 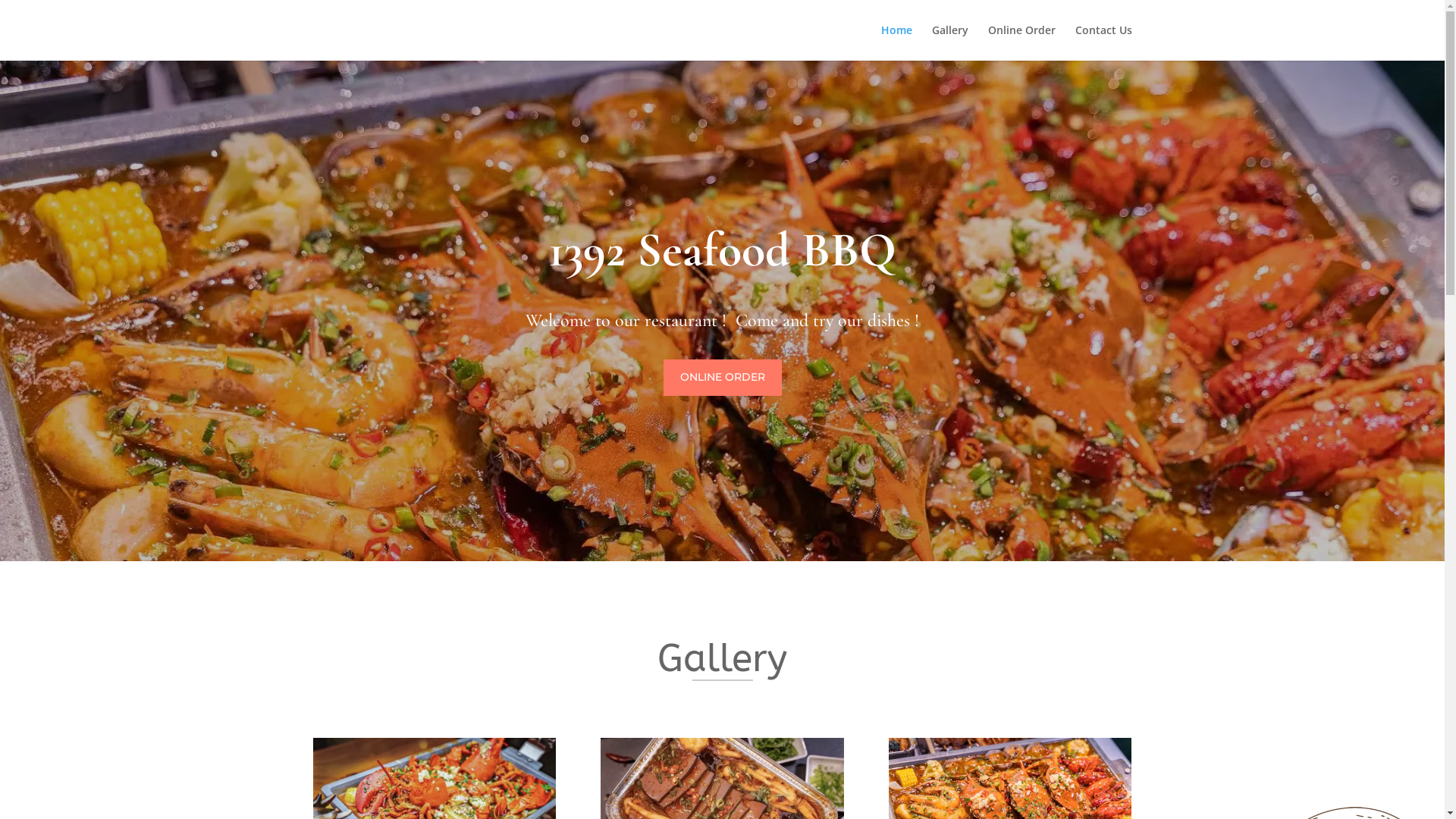 What do you see at coordinates (1103, 42) in the screenshot?
I see `'Contact Us'` at bounding box center [1103, 42].